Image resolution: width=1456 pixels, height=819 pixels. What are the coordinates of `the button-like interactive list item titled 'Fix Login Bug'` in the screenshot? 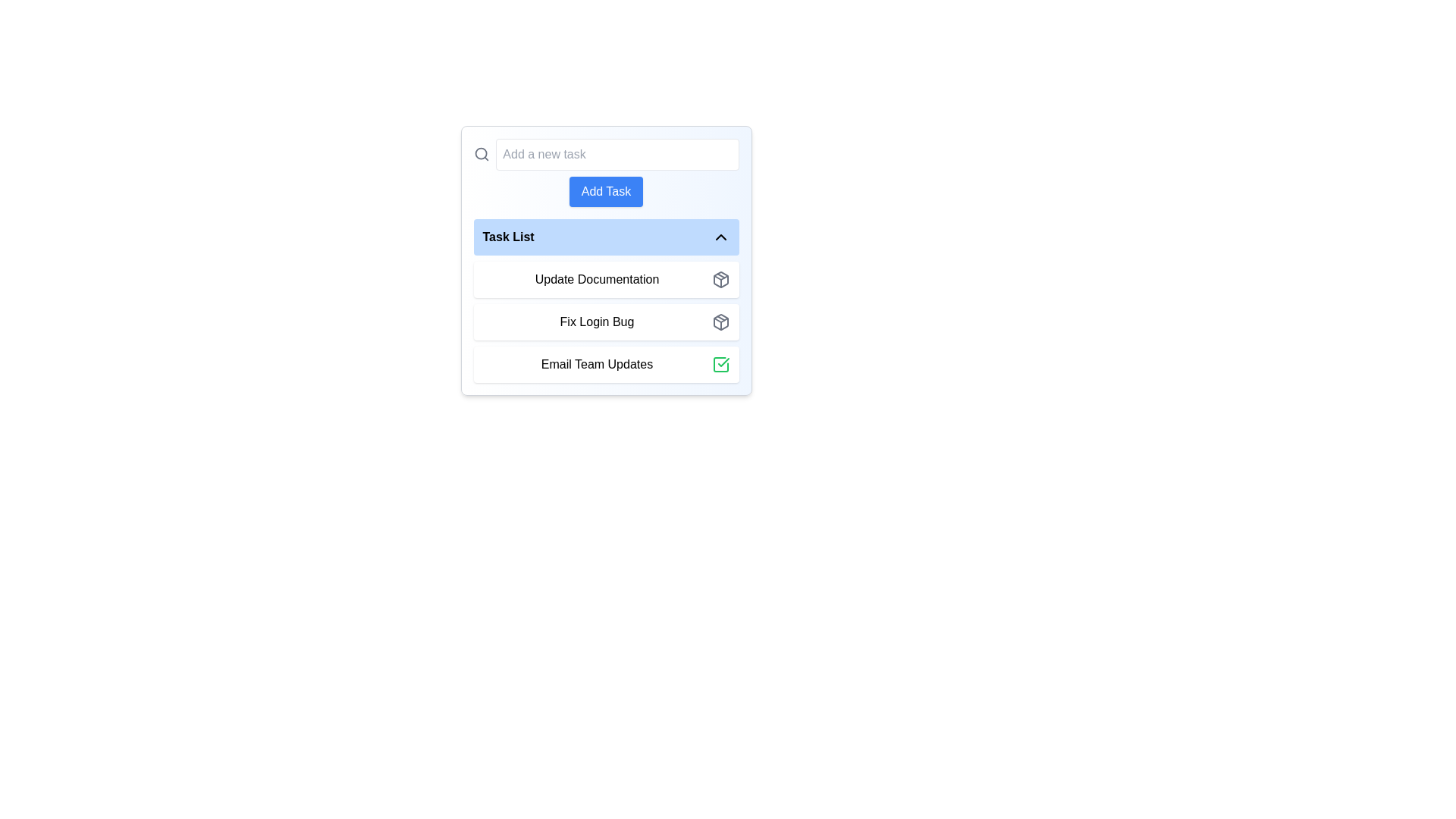 It's located at (605, 321).